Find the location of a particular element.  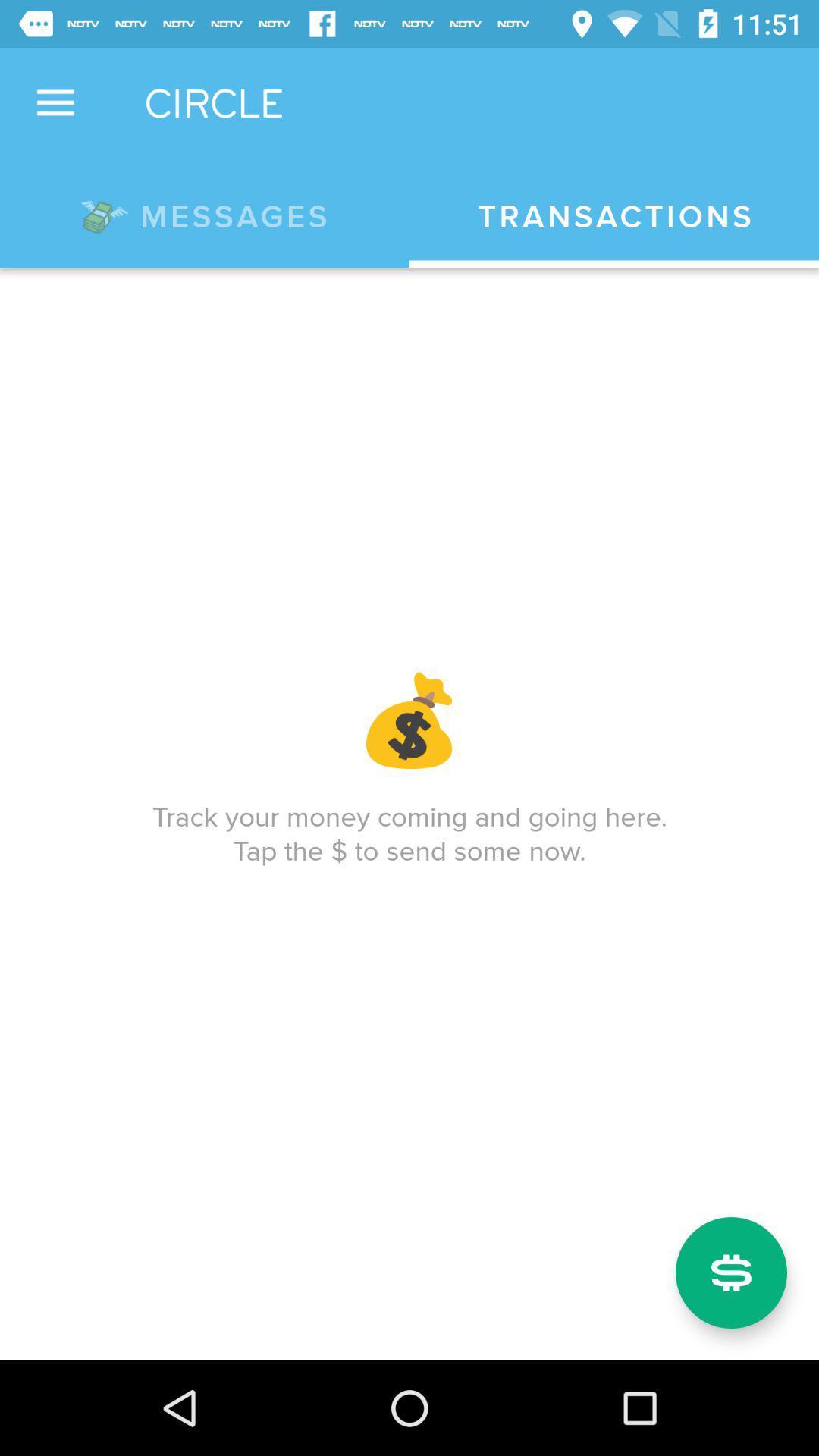

the icon to the left of transactions is located at coordinates (205, 213).